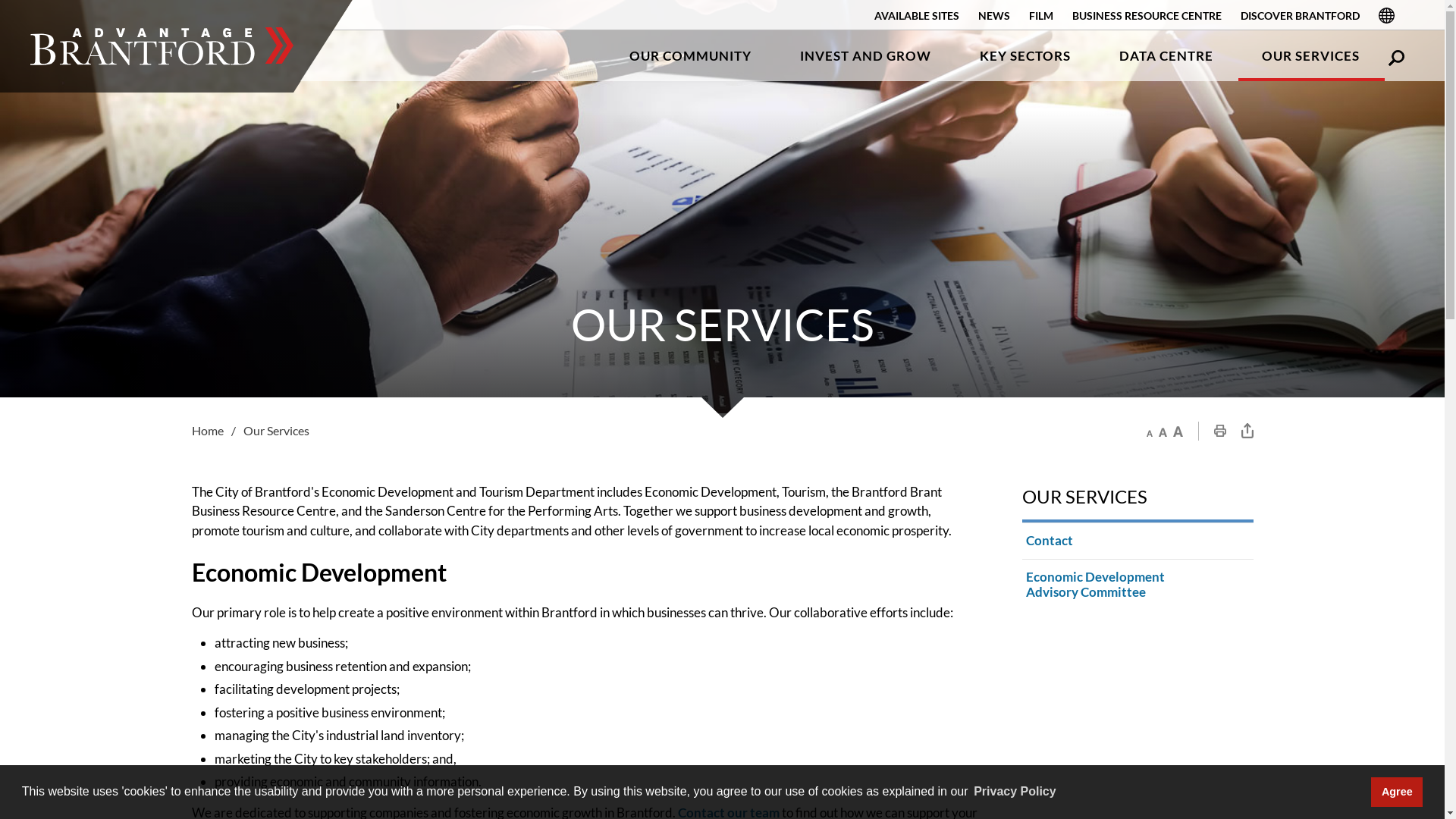  I want to click on 'Home', so click(216, 430).